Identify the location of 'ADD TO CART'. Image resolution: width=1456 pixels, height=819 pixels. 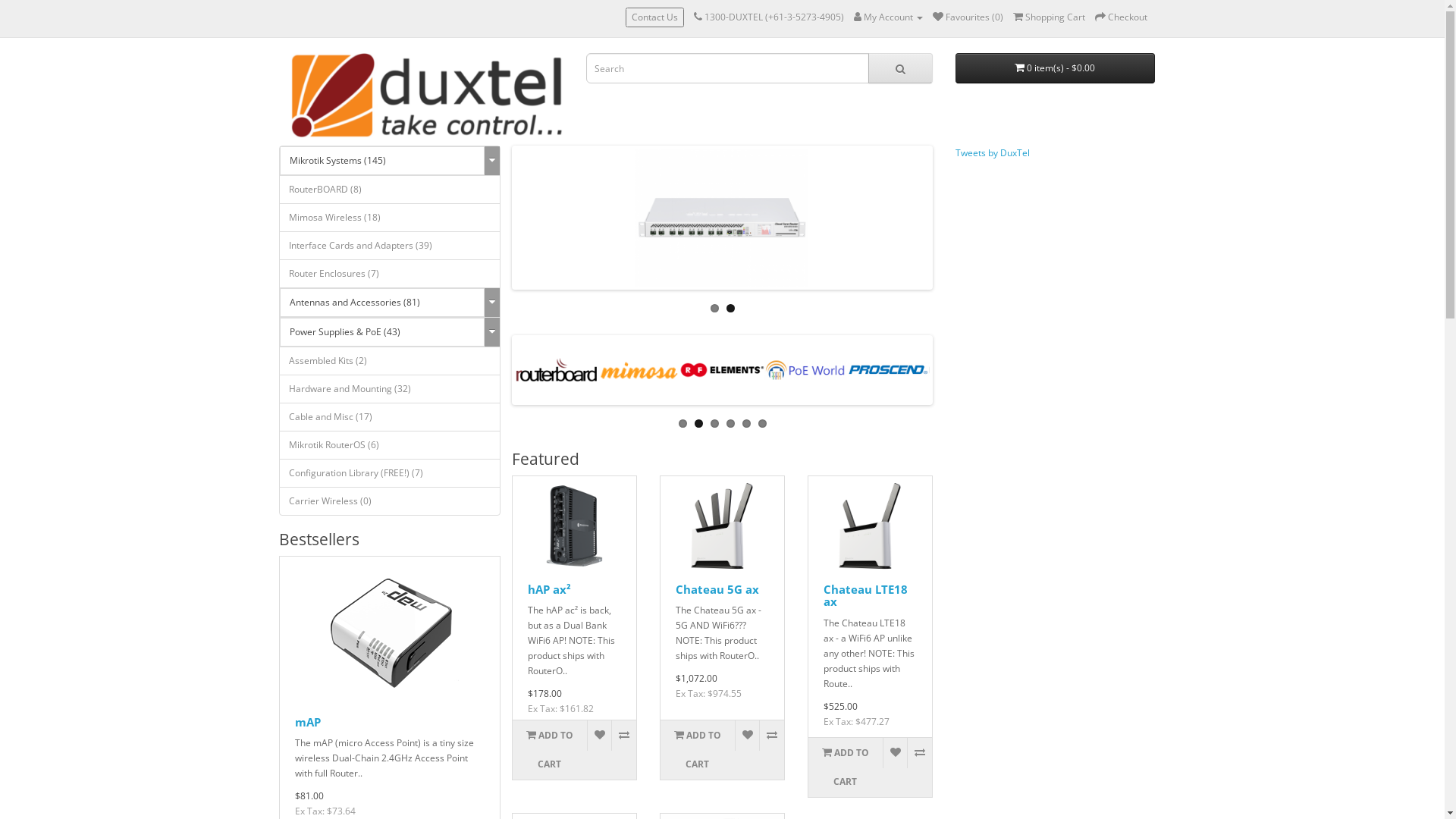
(548, 748).